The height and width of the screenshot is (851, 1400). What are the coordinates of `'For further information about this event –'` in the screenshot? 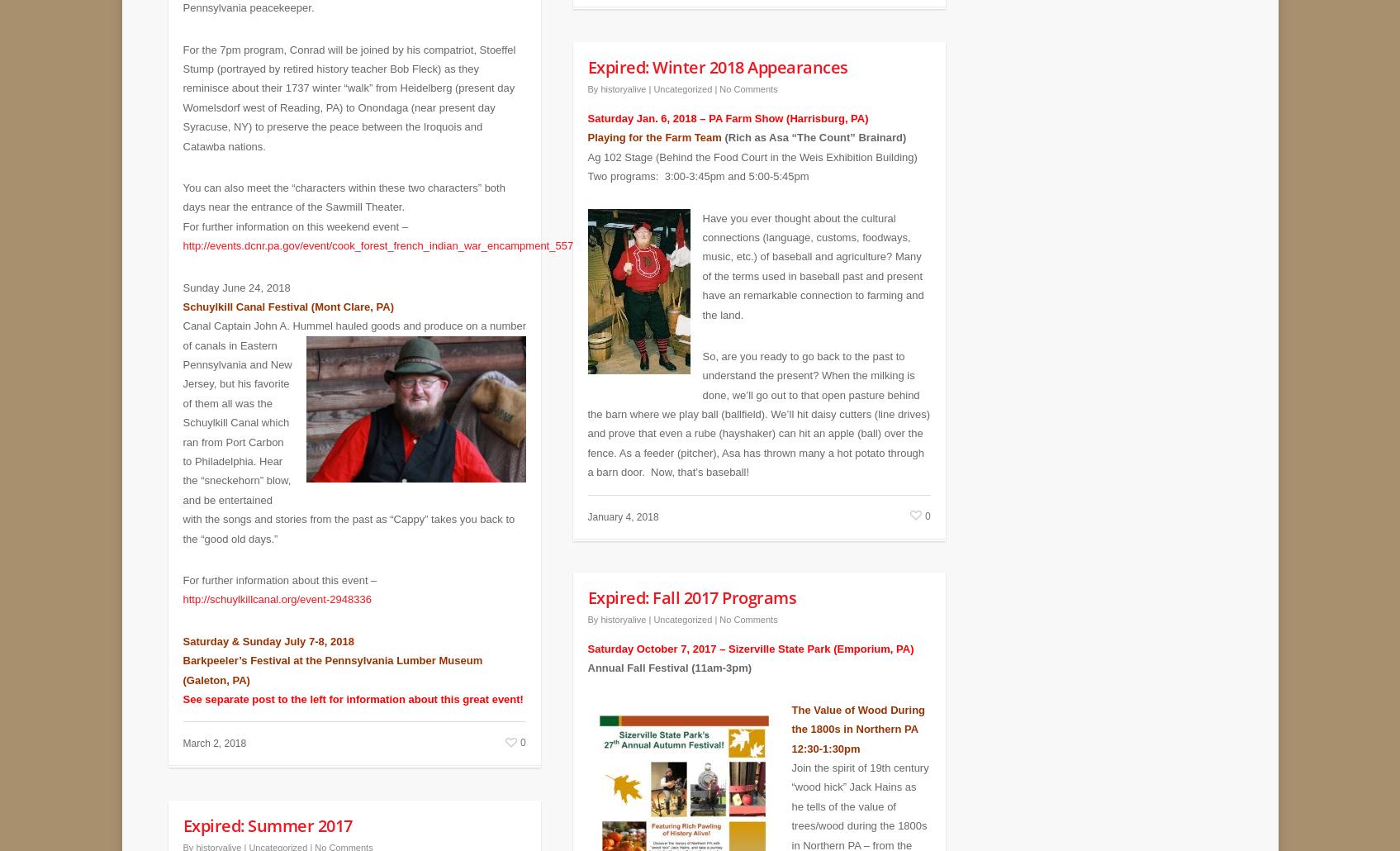 It's located at (278, 568).